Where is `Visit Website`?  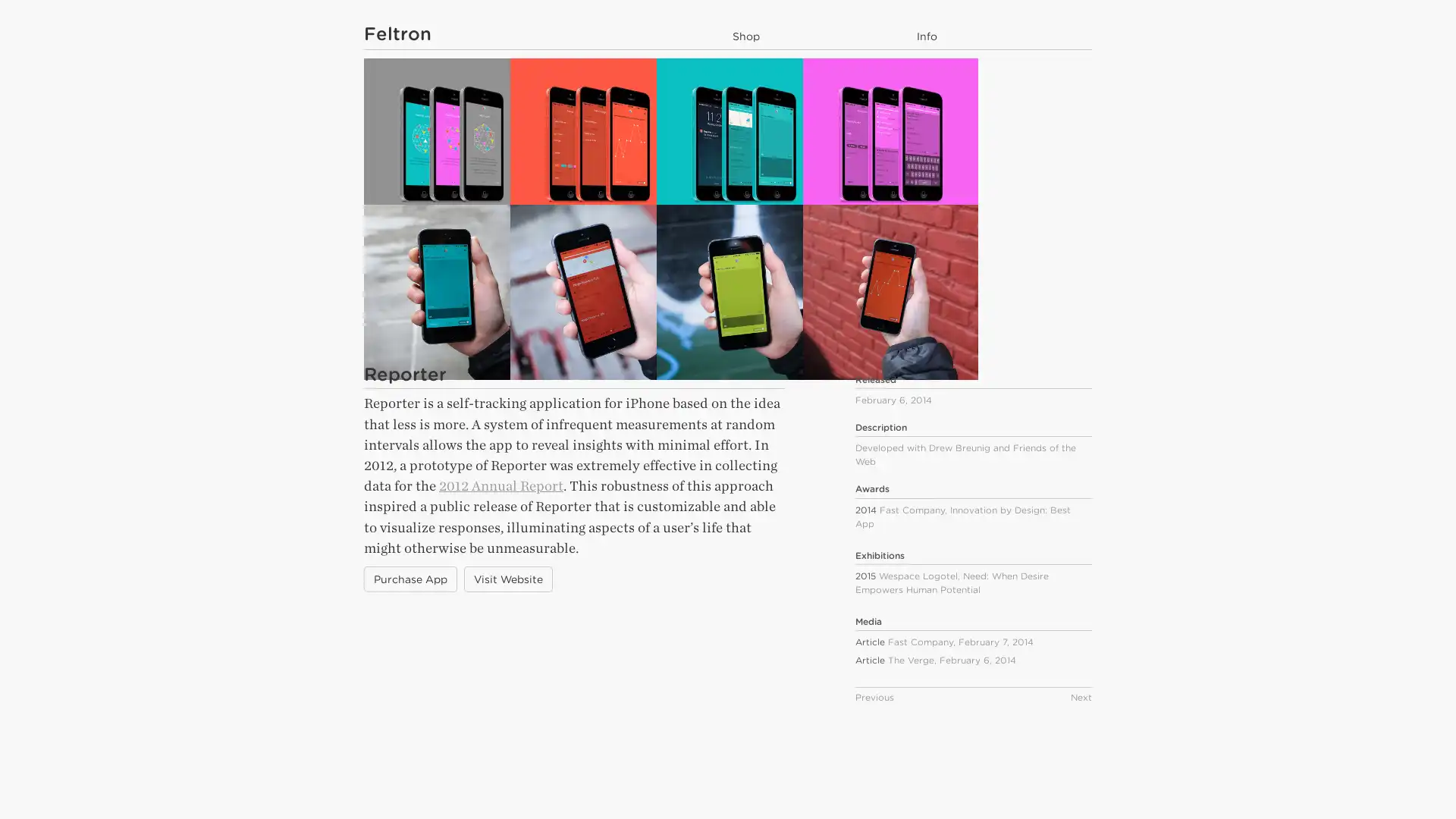
Visit Website is located at coordinates (508, 654).